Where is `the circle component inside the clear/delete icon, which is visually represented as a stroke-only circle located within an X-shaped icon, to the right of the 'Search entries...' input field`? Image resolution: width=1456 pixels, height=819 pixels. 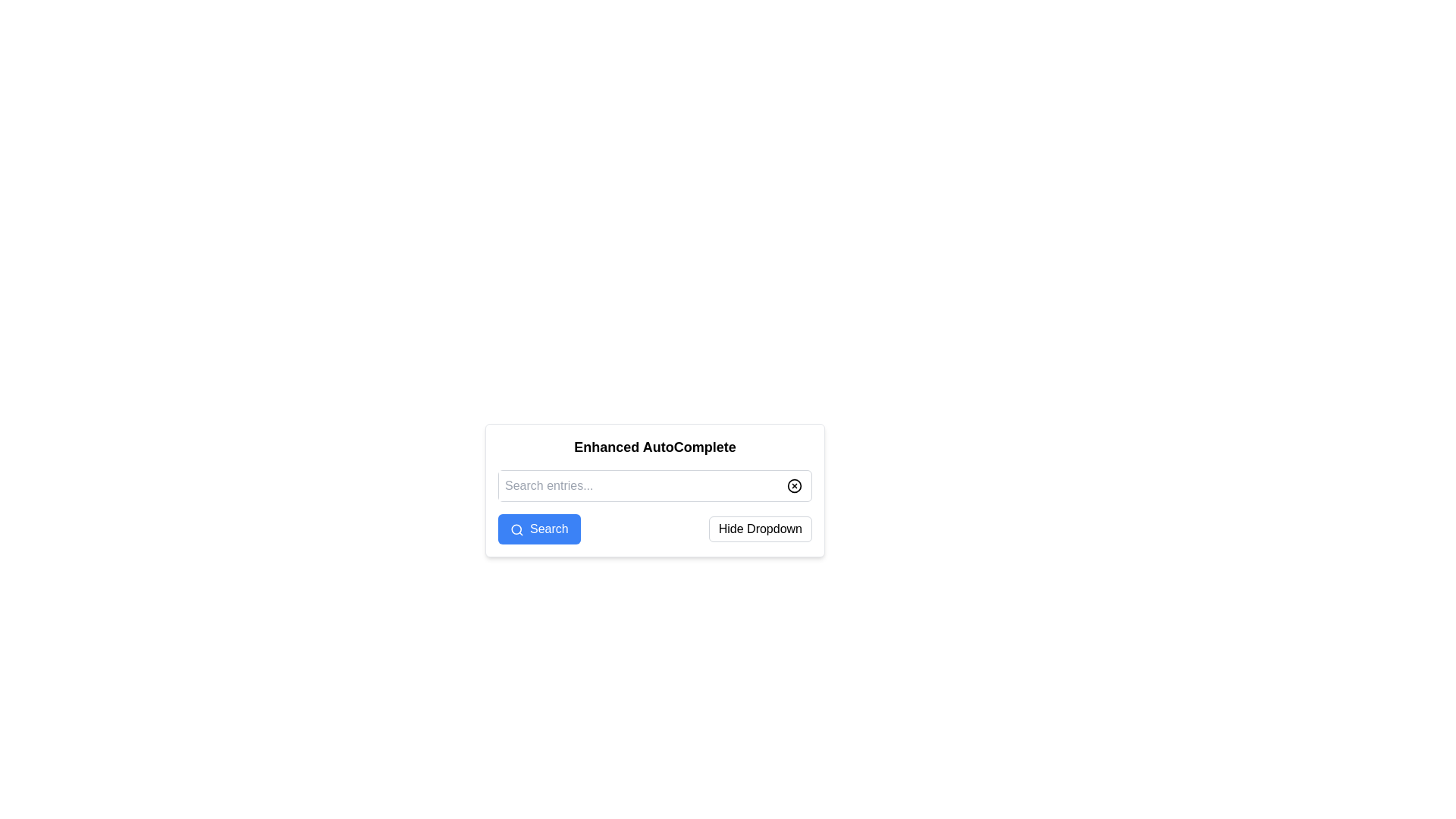
the circle component inside the clear/delete icon, which is visually represented as a stroke-only circle located within an X-shaped icon, to the right of the 'Search entries...' input field is located at coordinates (793, 485).